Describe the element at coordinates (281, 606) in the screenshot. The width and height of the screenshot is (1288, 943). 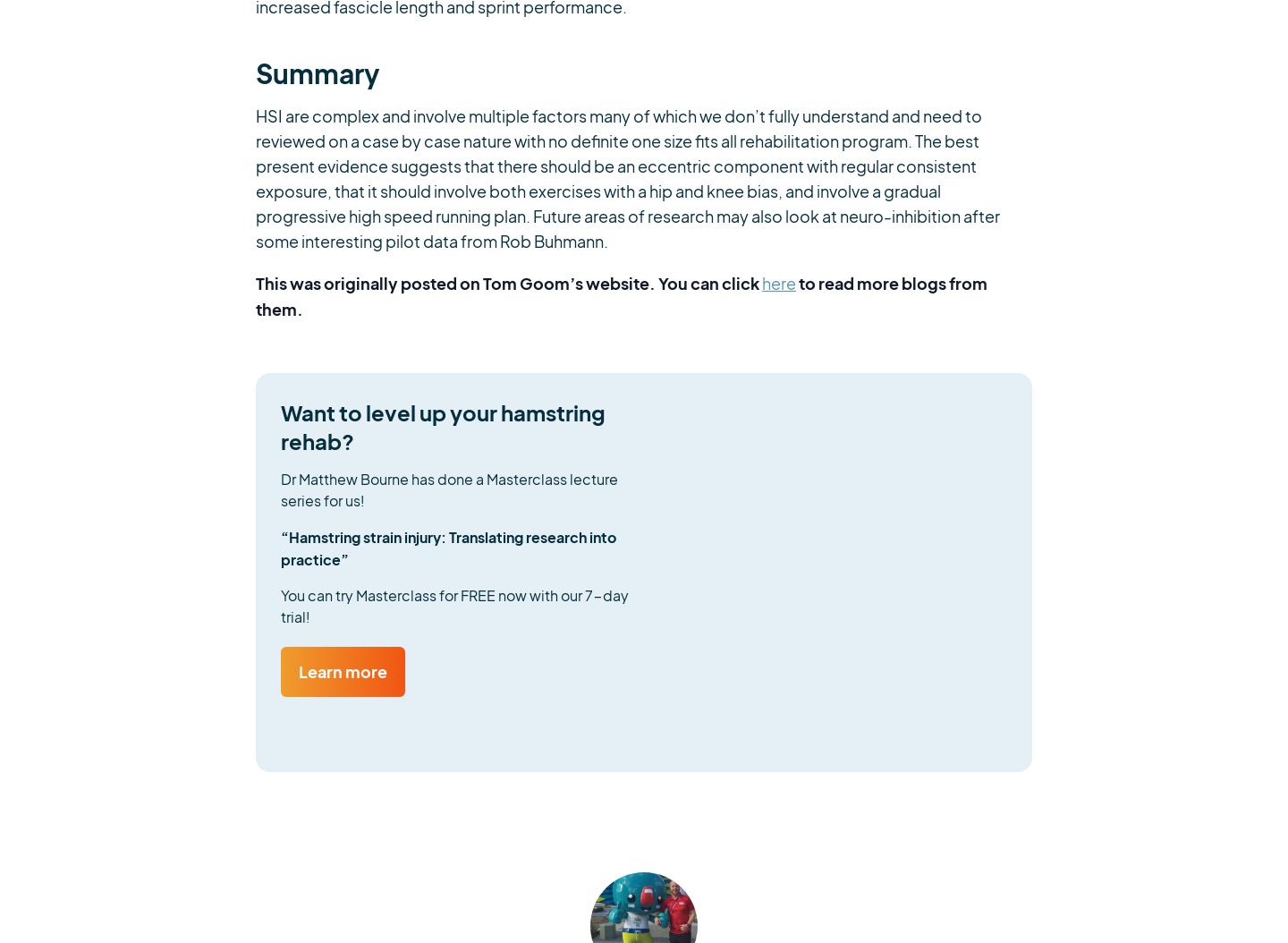
I see `'You can try Masterclass for FREE now with our 7-day trial!'` at that location.